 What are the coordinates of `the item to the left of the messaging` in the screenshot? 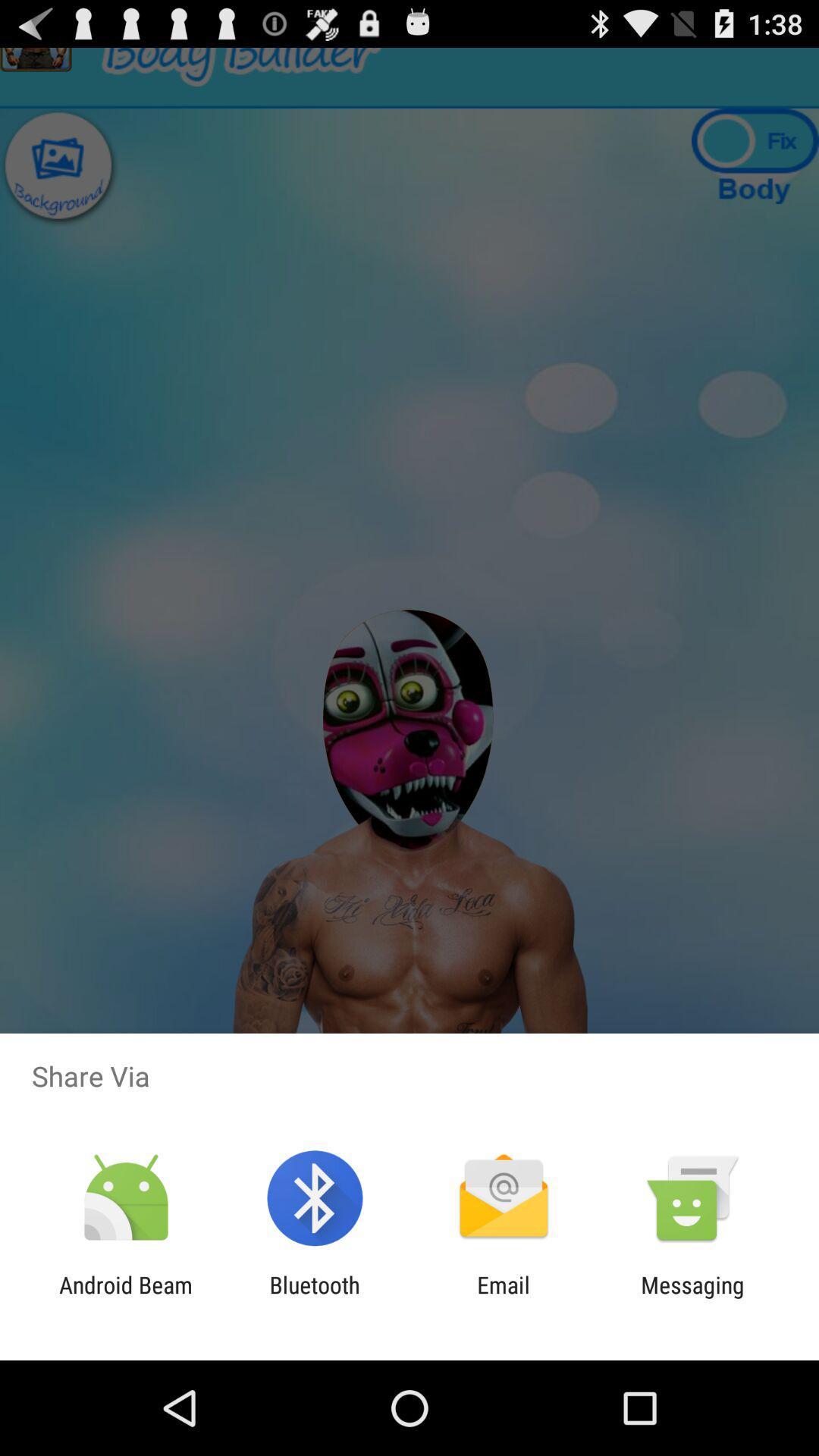 It's located at (504, 1298).